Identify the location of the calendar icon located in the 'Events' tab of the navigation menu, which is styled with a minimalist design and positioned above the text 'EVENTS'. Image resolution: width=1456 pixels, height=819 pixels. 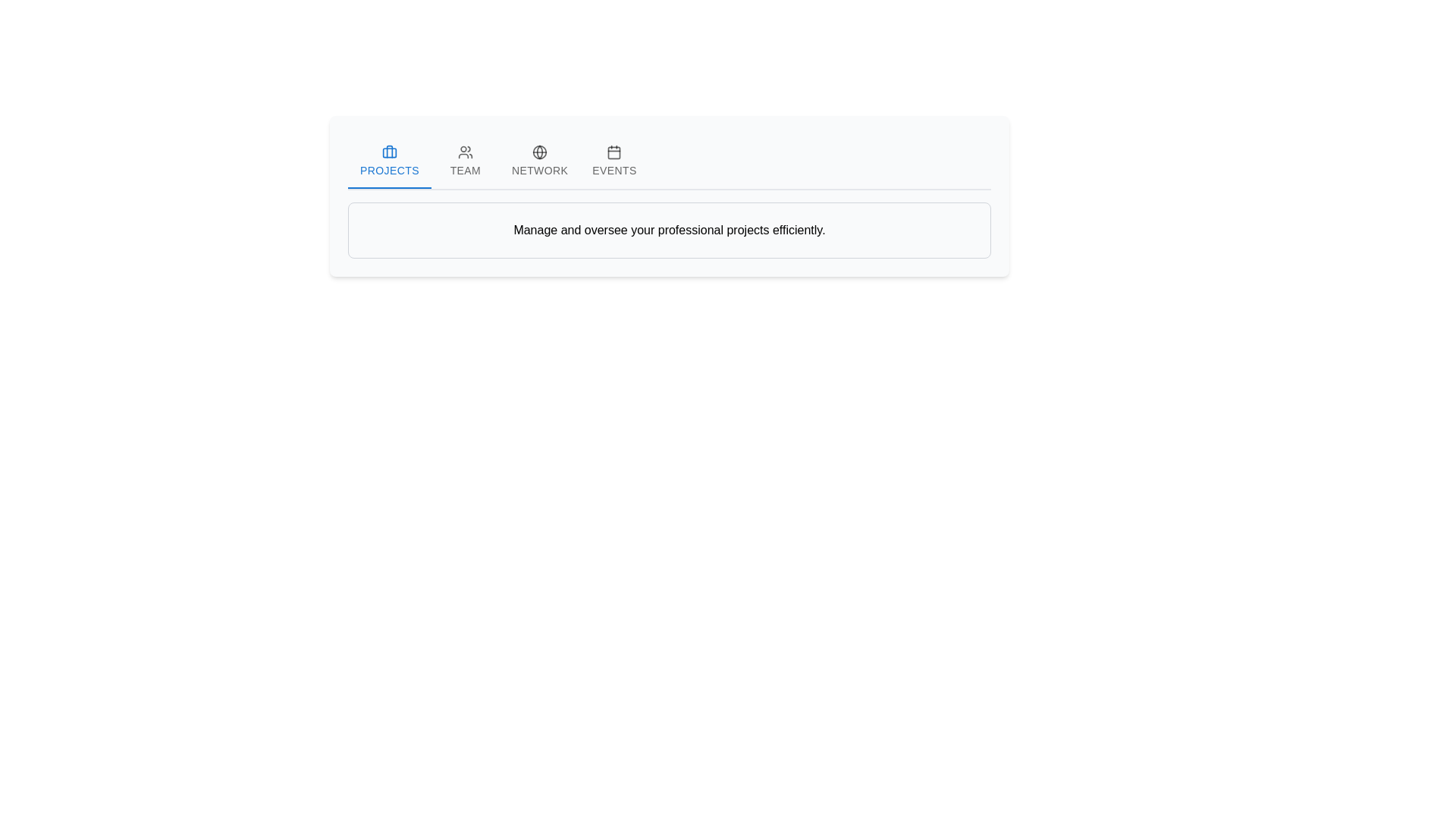
(614, 152).